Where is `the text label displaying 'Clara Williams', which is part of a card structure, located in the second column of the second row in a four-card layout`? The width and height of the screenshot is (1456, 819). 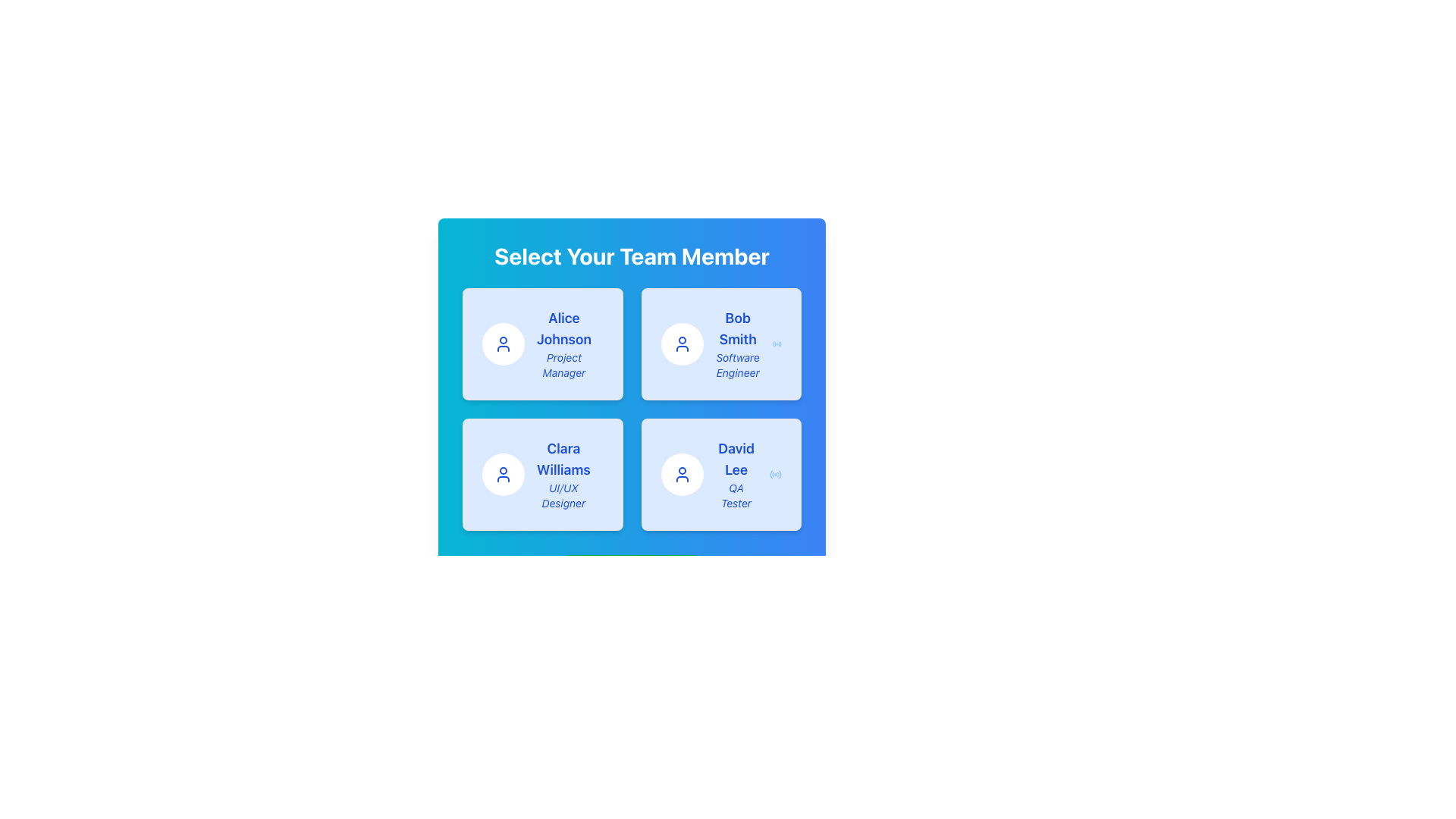 the text label displaying 'Clara Williams', which is part of a card structure, located in the second column of the second row in a four-card layout is located at coordinates (563, 458).